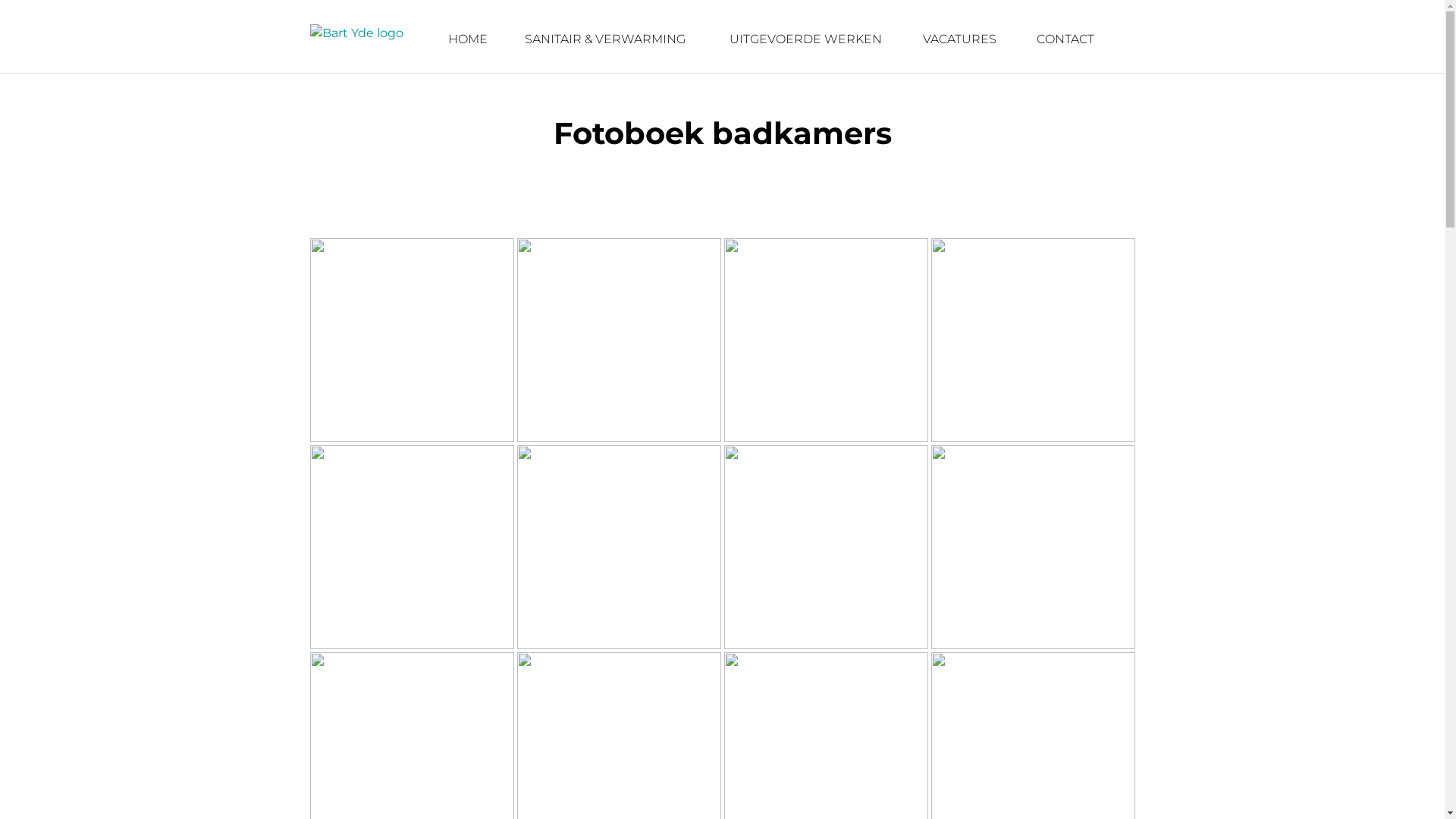 The image size is (1456, 819). I want to click on 'CONTACT', so click(1065, 38).